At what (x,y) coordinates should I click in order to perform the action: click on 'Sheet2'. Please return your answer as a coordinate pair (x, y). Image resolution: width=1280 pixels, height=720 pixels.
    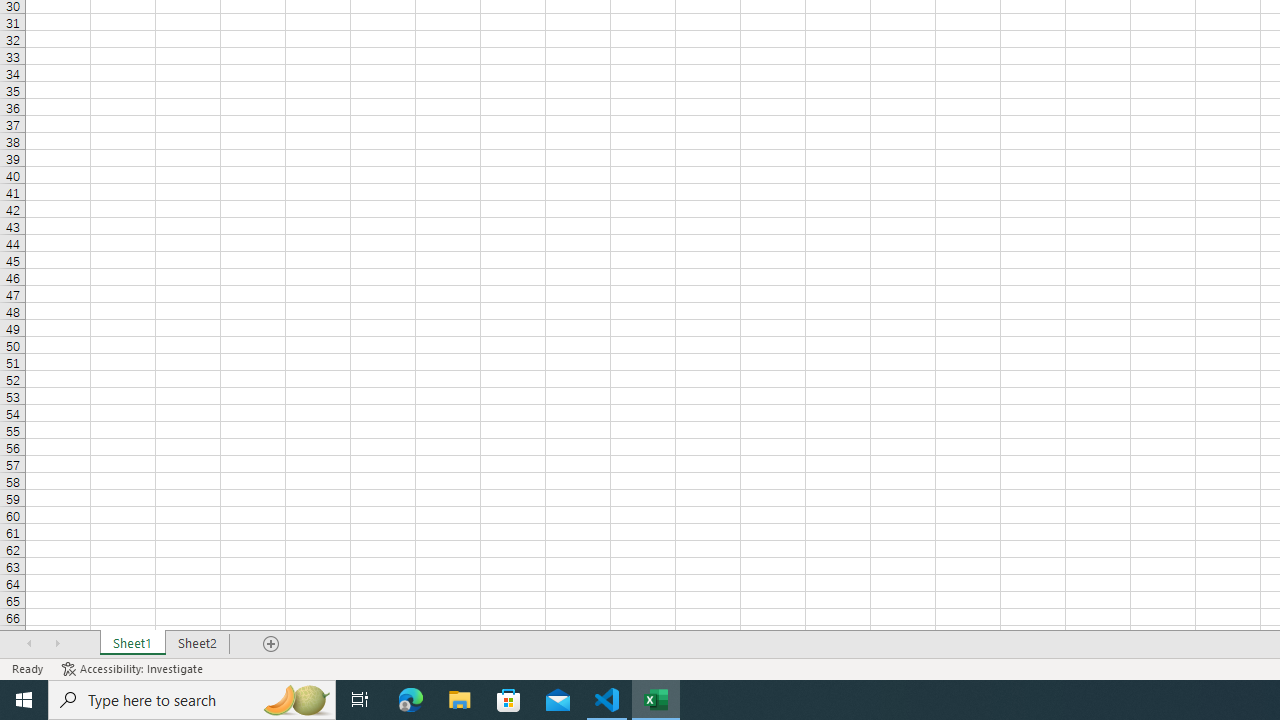
    Looking at the image, I should click on (197, 644).